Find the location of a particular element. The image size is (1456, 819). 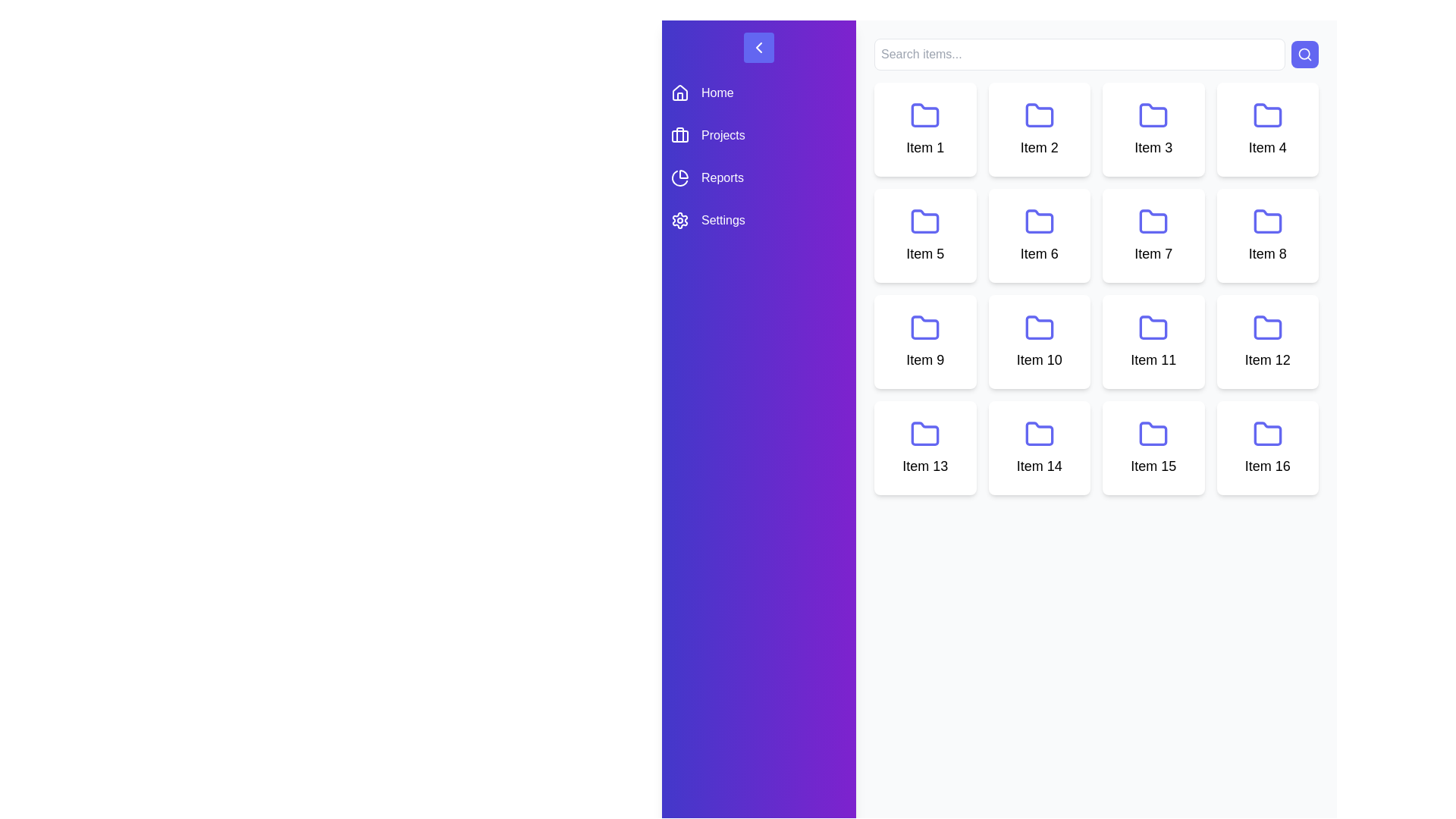

the menu item Projects to navigate to the corresponding section is located at coordinates (759, 134).